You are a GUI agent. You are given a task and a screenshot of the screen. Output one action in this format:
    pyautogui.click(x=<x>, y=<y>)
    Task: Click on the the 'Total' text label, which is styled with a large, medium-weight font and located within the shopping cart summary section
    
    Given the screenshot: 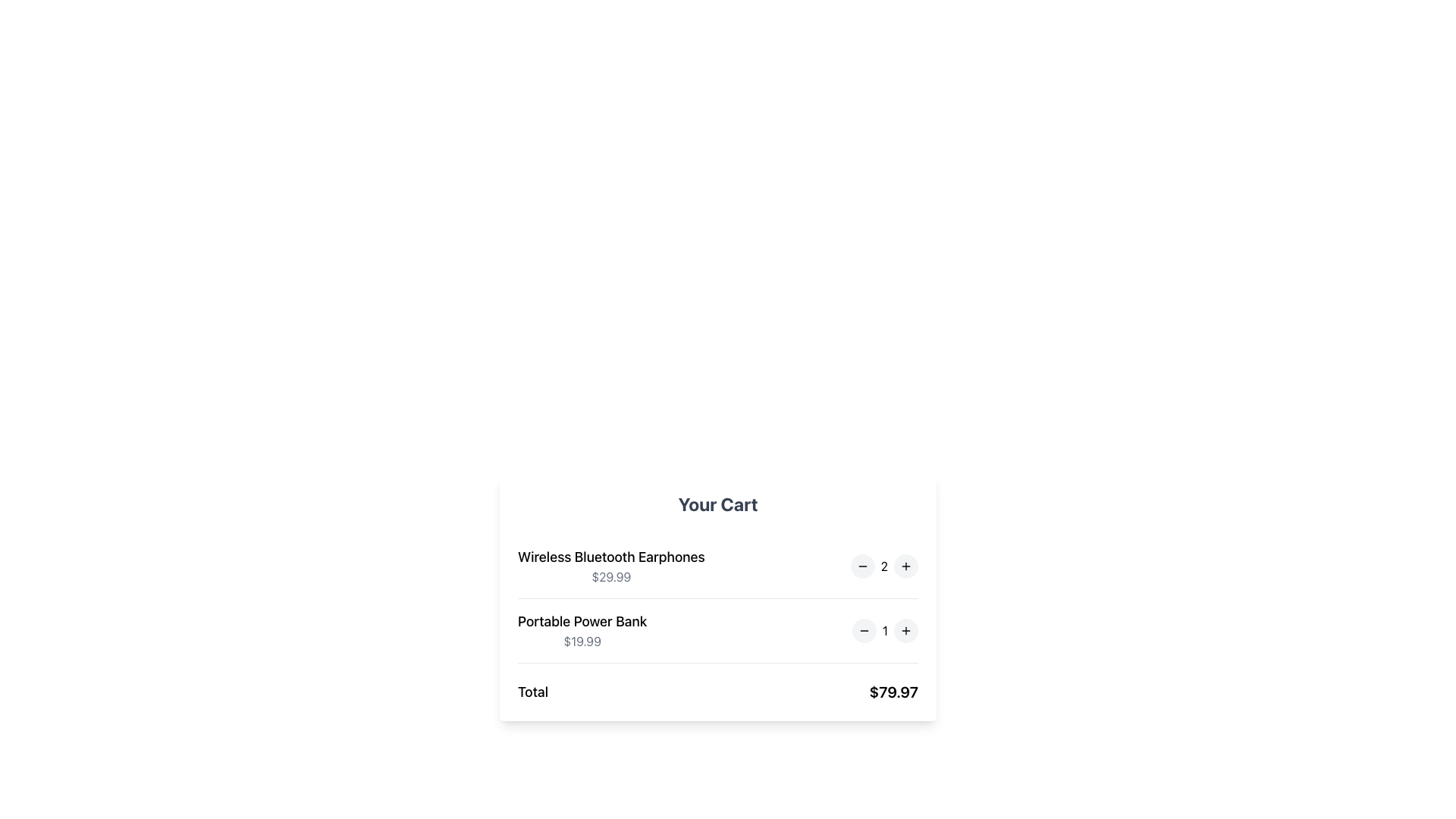 What is the action you would take?
    pyautogui.click(x=532, y=692)
    